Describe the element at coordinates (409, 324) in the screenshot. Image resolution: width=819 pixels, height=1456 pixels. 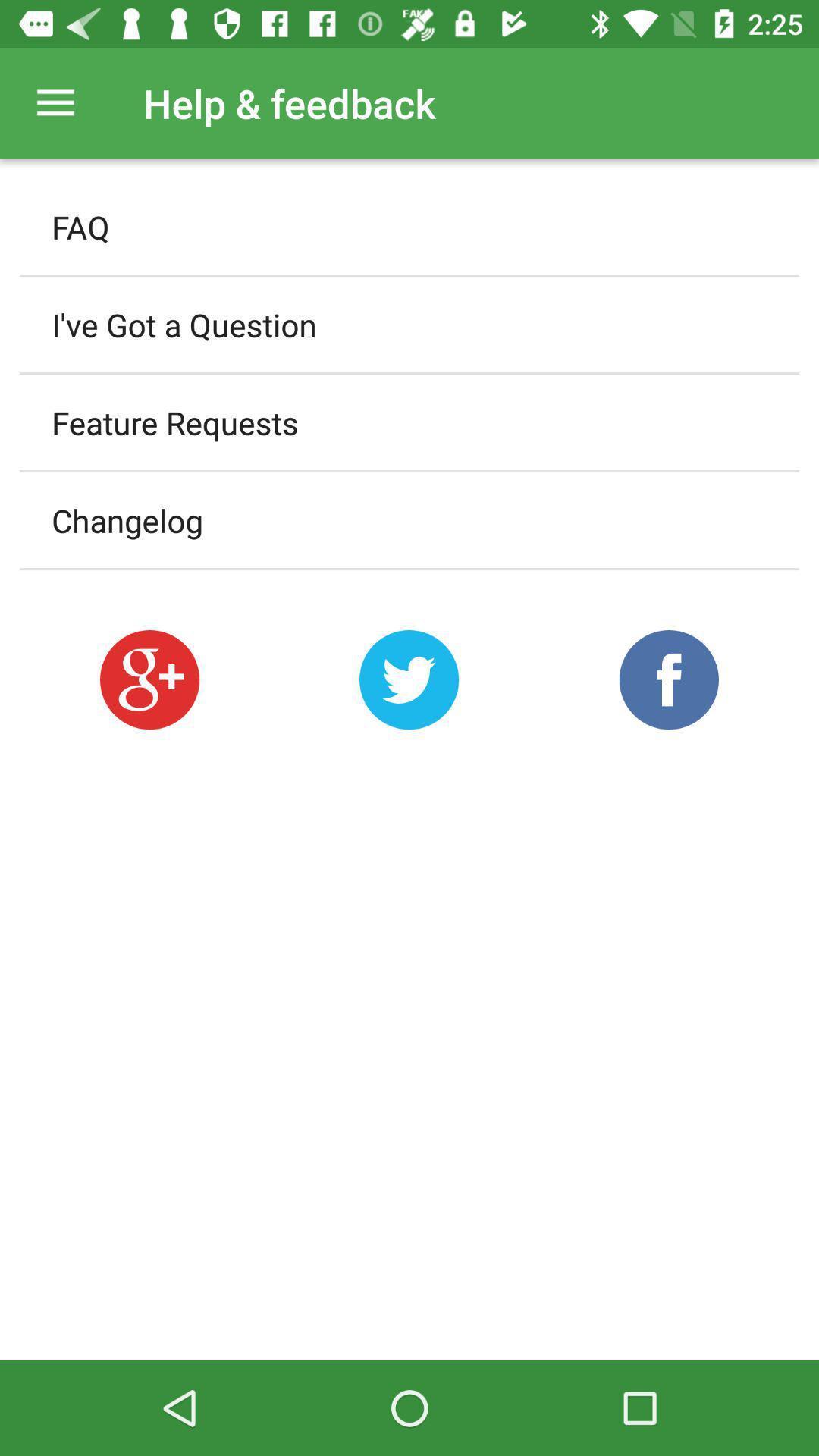
I see `item above feature requests` at that location.